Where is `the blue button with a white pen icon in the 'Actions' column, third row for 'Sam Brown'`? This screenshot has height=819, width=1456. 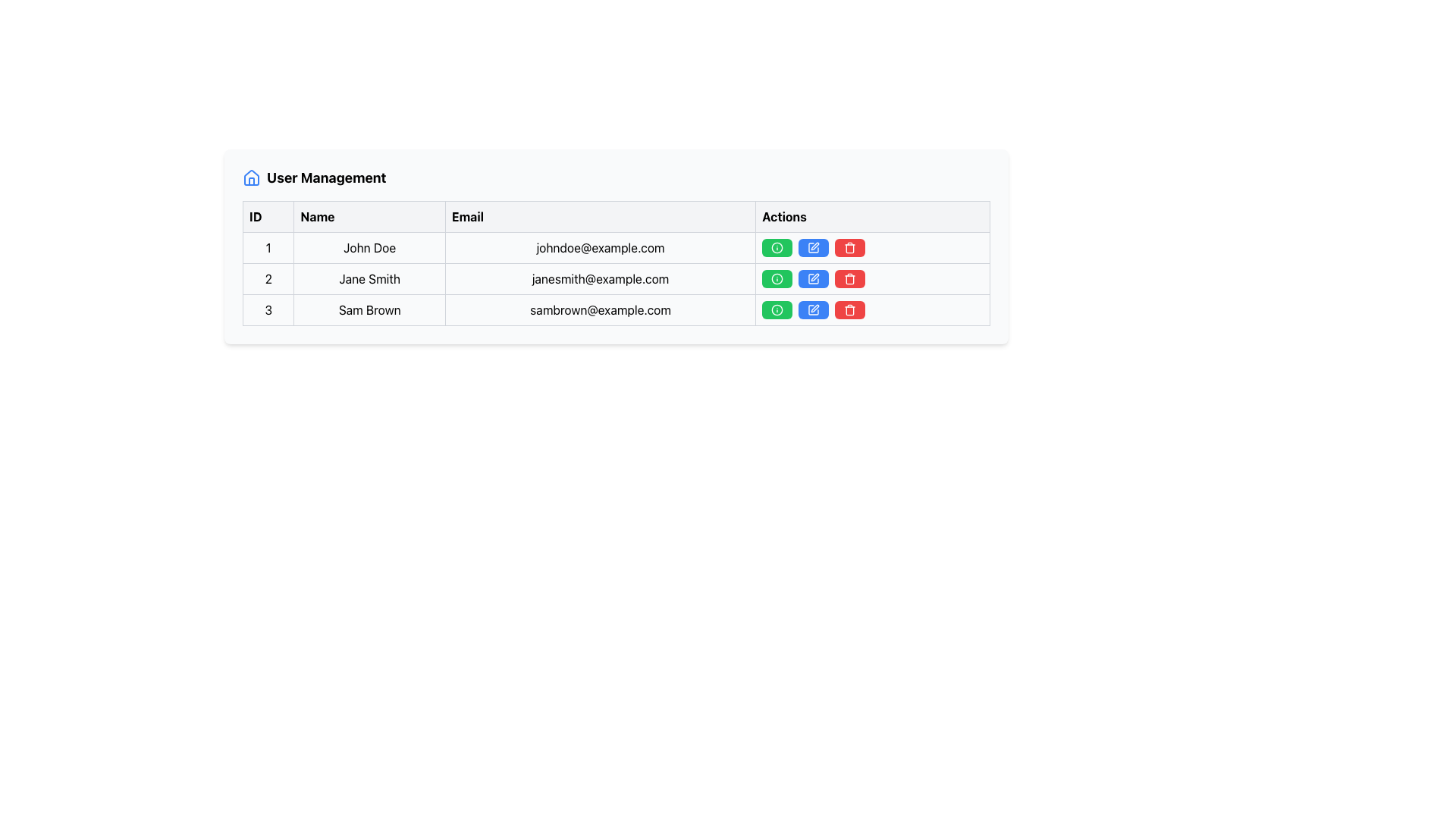 the blue button with a white pen icon in the 'Actions' column, third row for 'Sam Brown' is located at coordinates (813, 309).